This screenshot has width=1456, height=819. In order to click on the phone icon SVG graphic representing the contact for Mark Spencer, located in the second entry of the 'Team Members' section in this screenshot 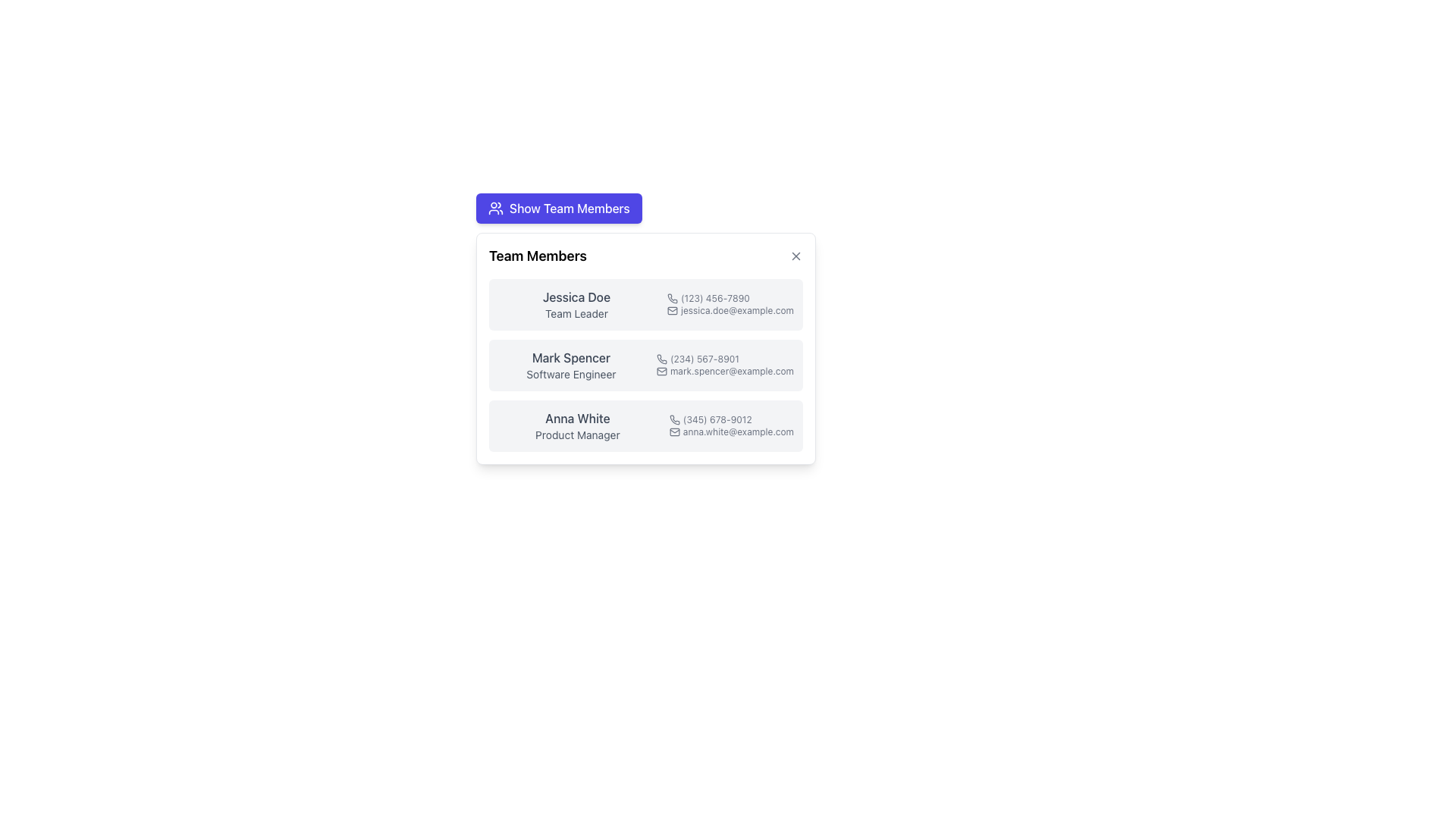, I will do `click(661, 359)`.